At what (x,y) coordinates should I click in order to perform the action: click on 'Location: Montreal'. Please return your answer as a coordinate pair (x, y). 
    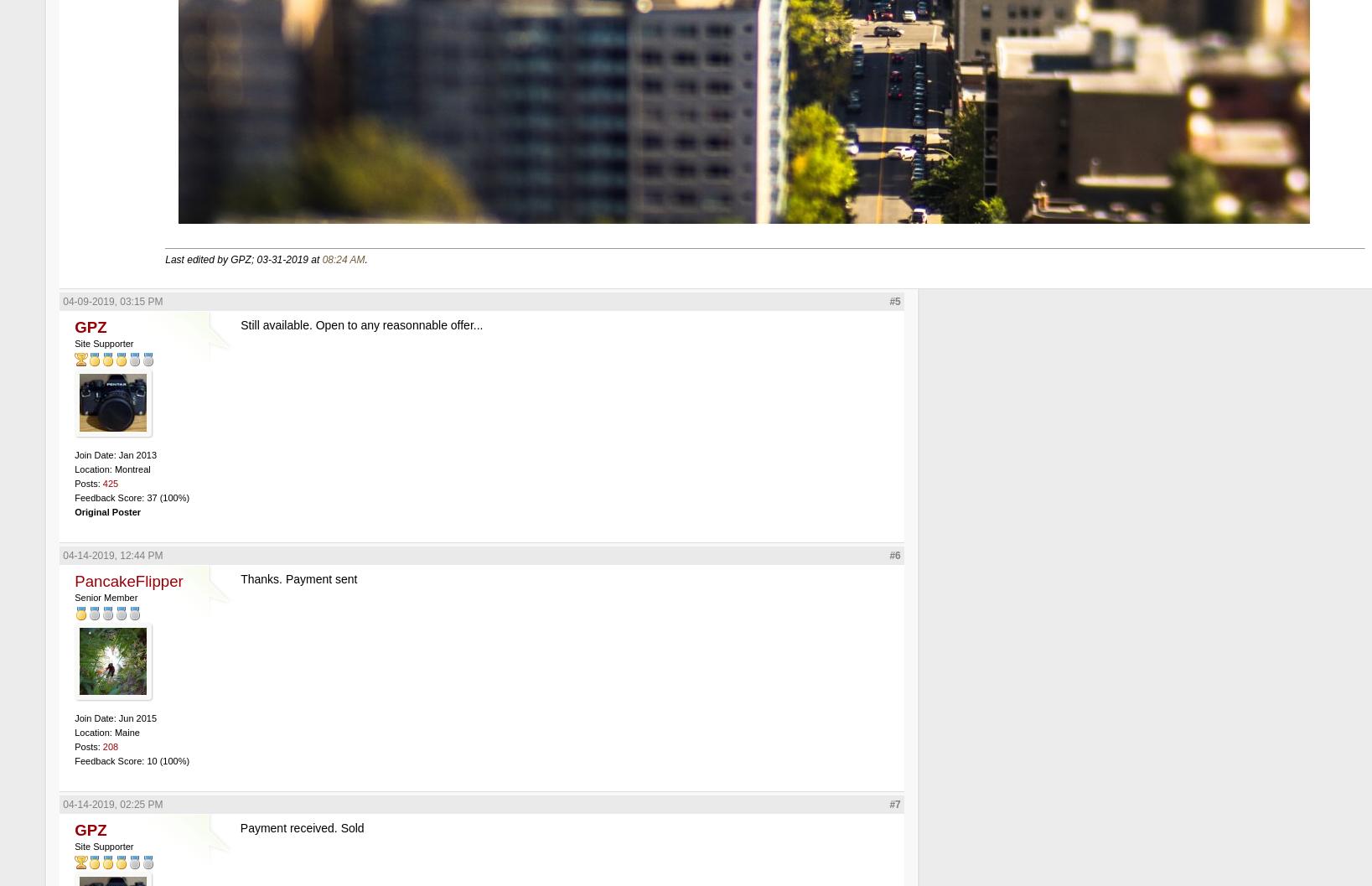
    Looking at the image, I should click on (111, 468).